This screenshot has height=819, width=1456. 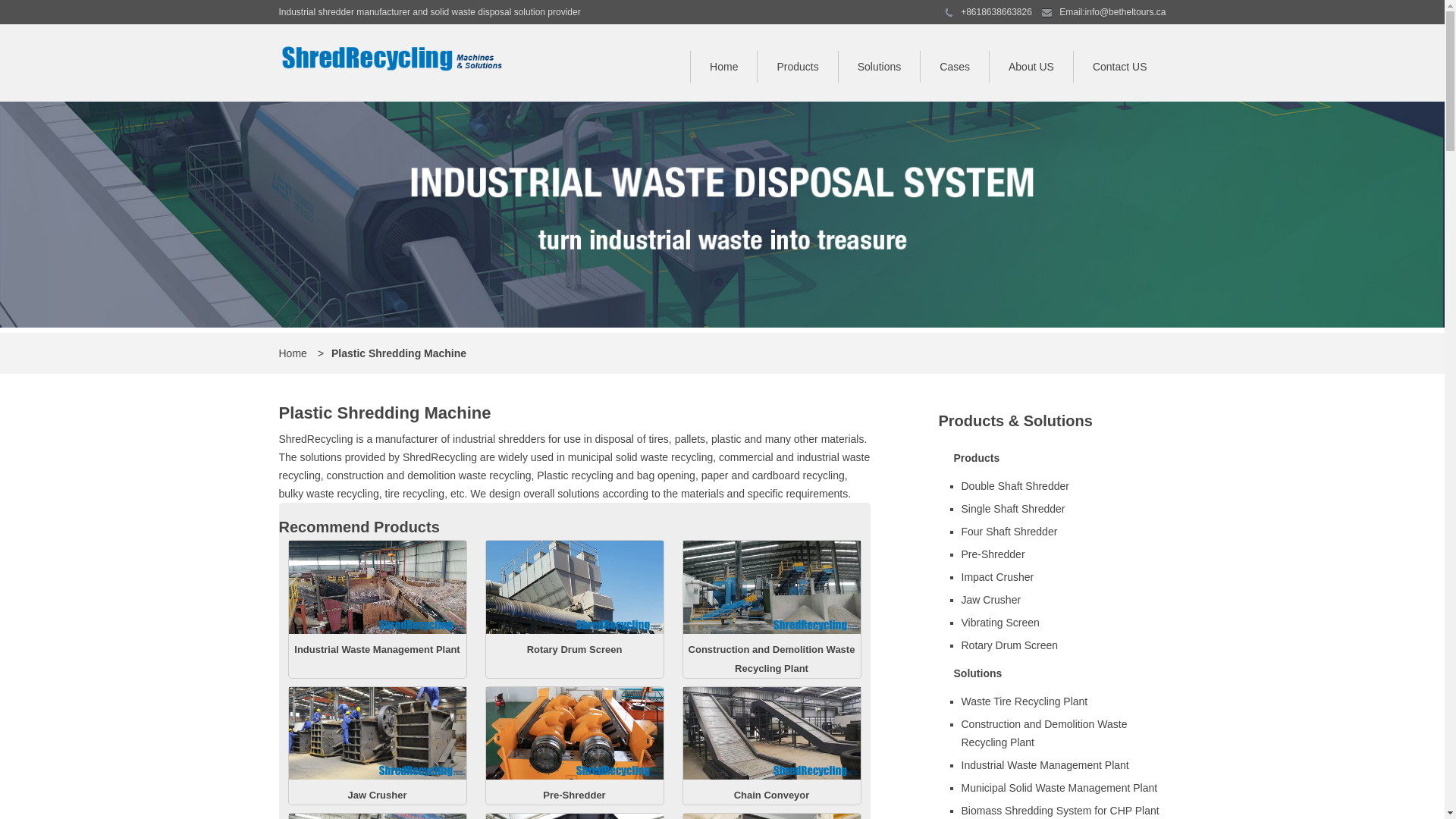 What do you see at coordinates (1119, 66) in the screenshot?
I see `'Contact US'` at bounding box center [1119, 66].